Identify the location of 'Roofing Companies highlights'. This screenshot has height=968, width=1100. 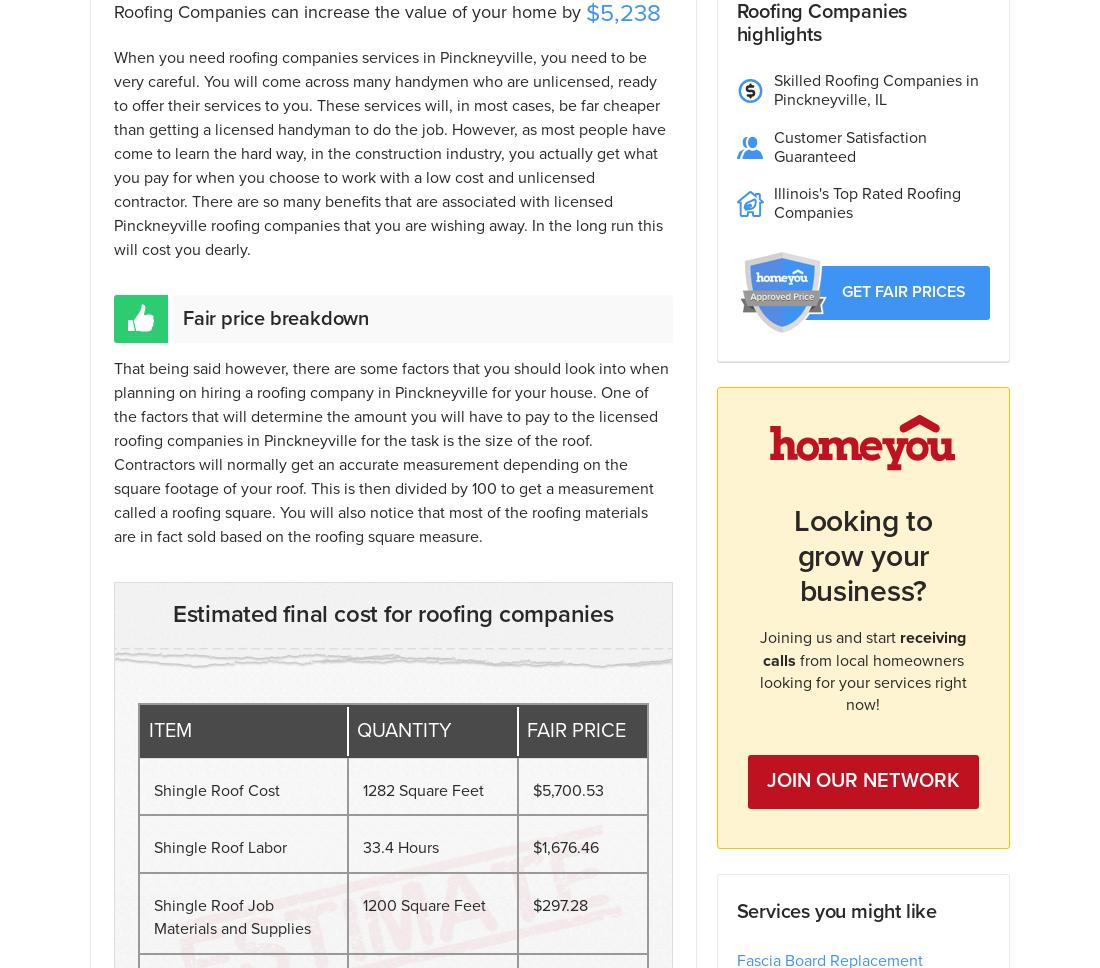
(821, 23).